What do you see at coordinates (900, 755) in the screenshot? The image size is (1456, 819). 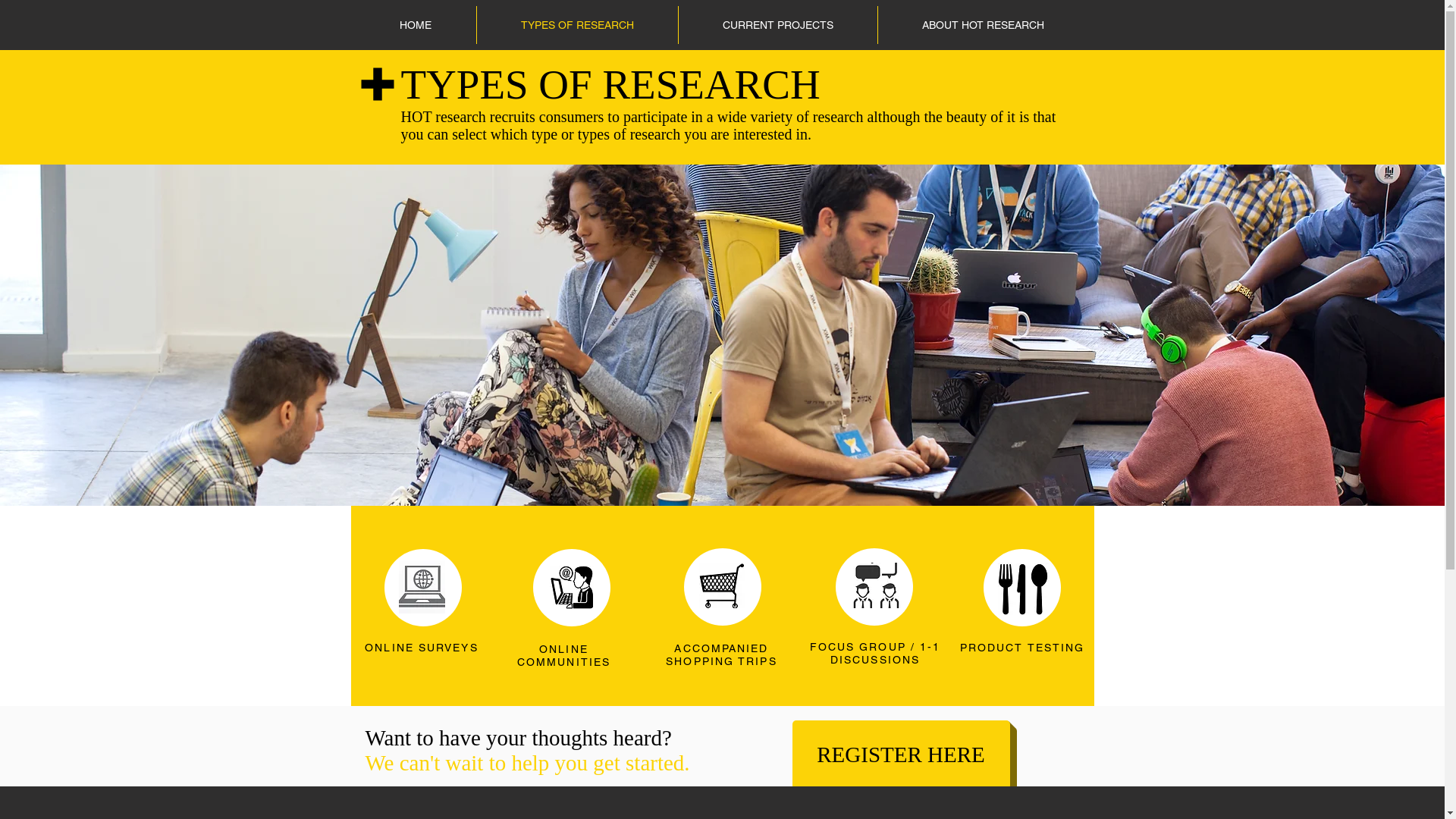 I see `'REGISTER HERE'` at bounding box center [900, 755].